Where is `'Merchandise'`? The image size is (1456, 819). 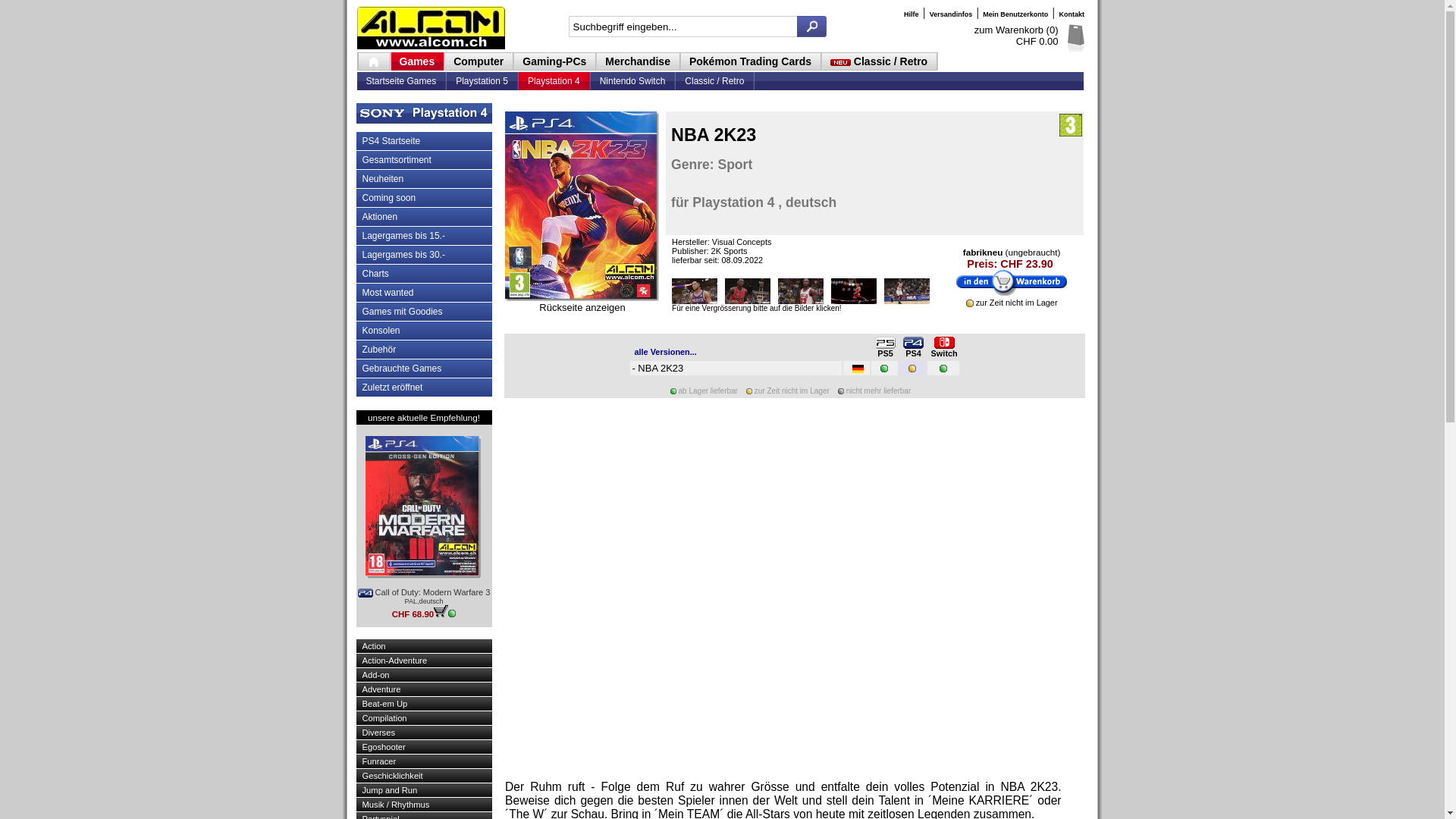 'Merchandise' is located at coordinates (638, 61).